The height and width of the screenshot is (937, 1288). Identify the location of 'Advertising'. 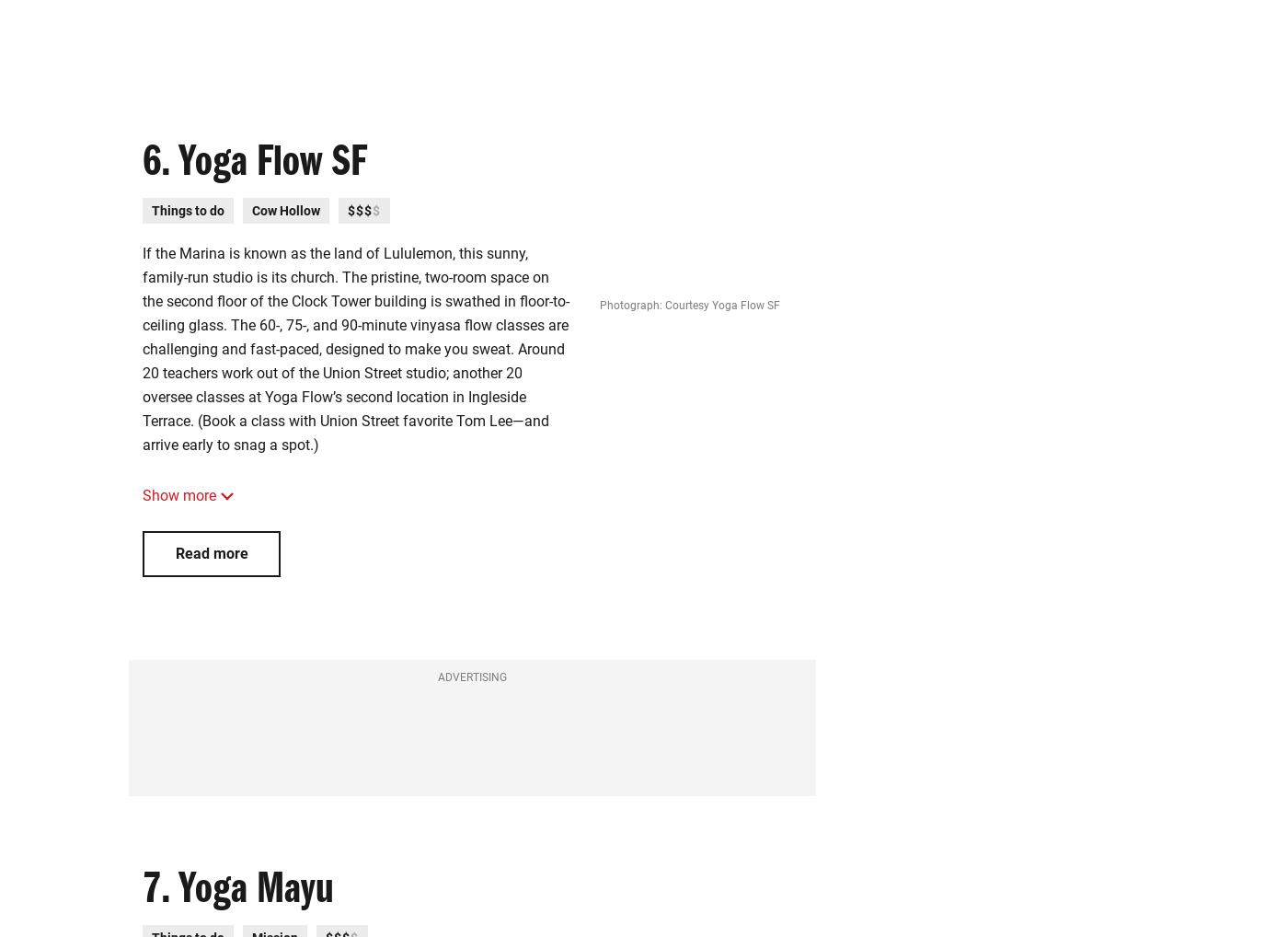
(471, 677).